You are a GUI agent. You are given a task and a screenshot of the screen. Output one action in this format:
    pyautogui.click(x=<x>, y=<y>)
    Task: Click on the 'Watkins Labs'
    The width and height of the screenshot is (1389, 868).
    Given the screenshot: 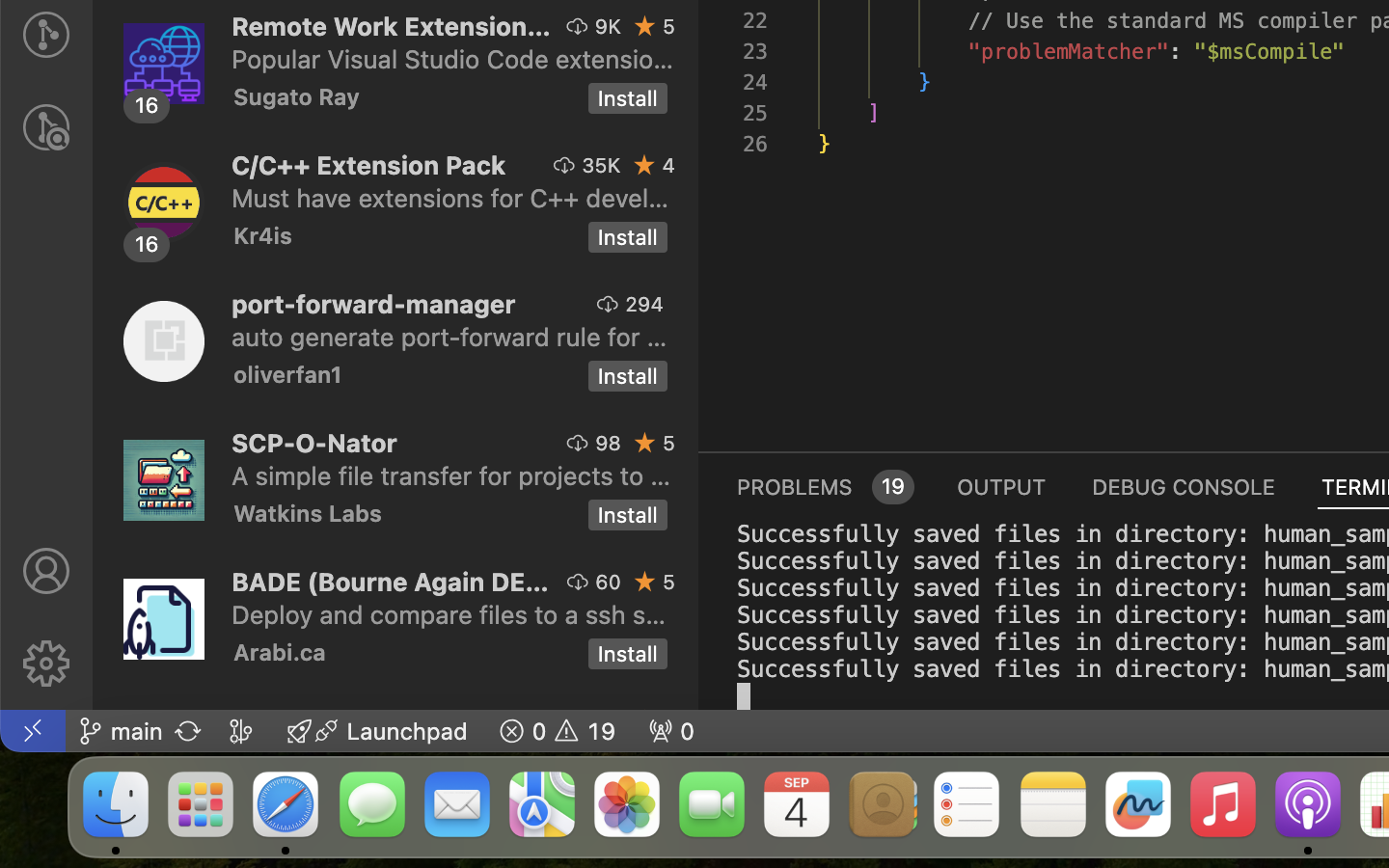 What is the action you would take?
    pyautogui.click(x=307, y=511)
    